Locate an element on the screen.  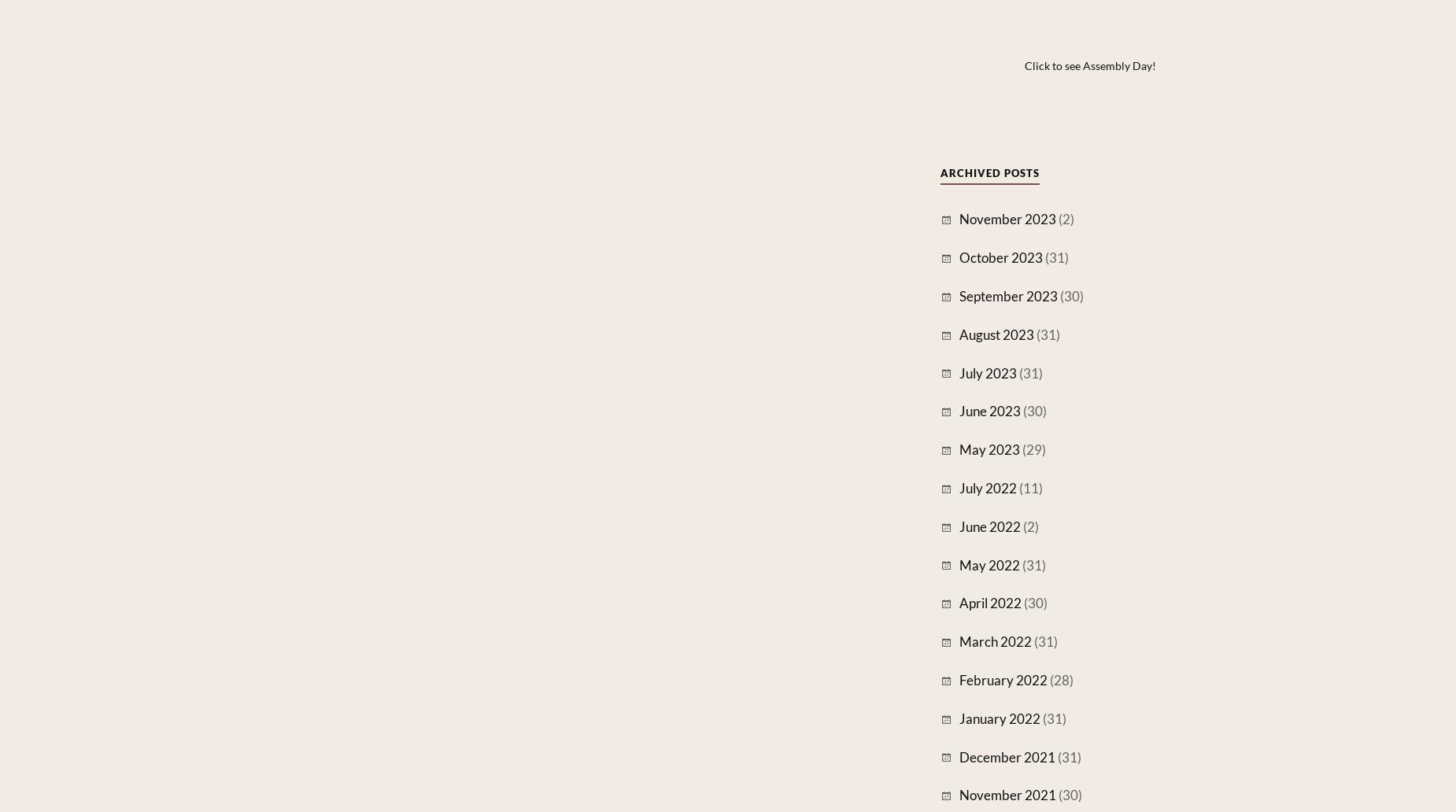
'May 2022' is located at coordinates (989, 563).